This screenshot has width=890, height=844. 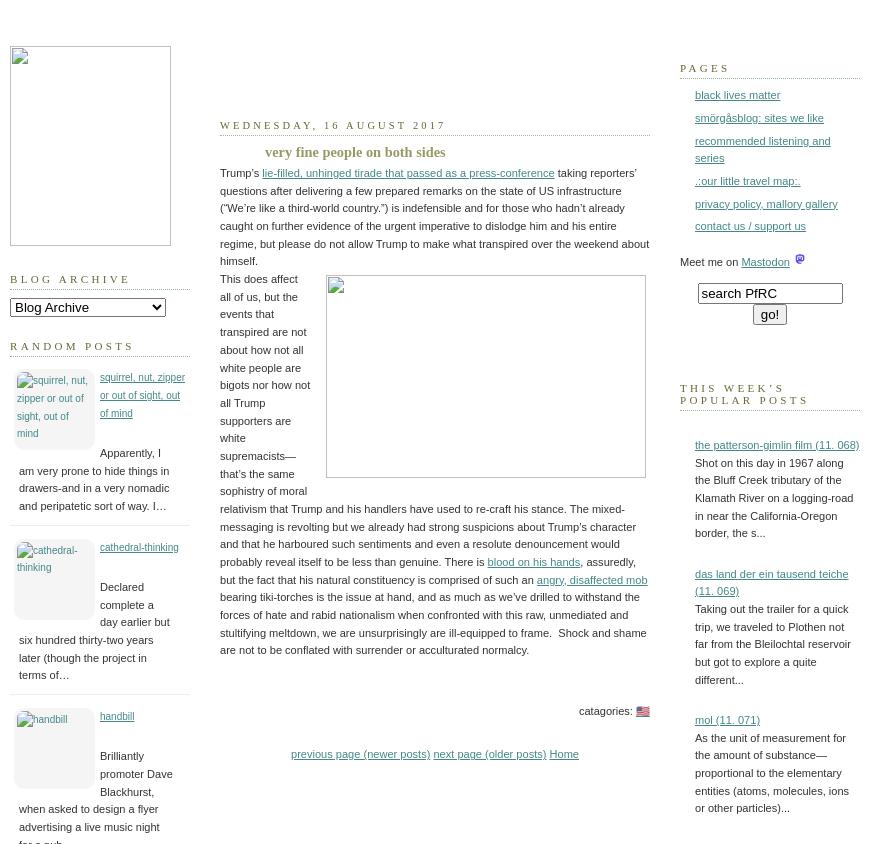 I want to click on 'das land der ein tausend teiche  (11. 069)', so click(x=694, y=582).